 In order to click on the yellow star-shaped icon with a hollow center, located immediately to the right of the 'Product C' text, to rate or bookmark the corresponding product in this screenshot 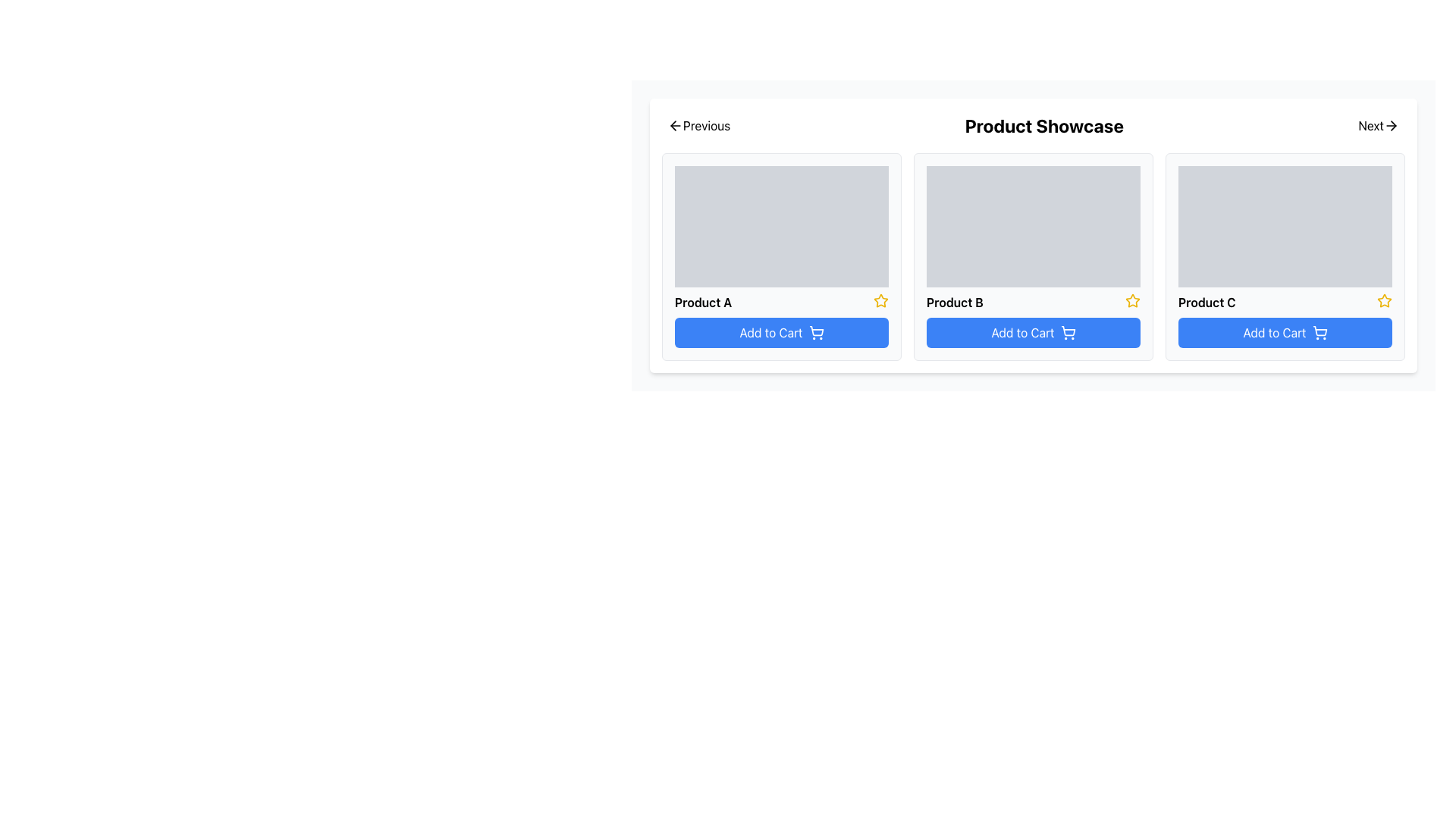, I will do `click(1384, 301)`.